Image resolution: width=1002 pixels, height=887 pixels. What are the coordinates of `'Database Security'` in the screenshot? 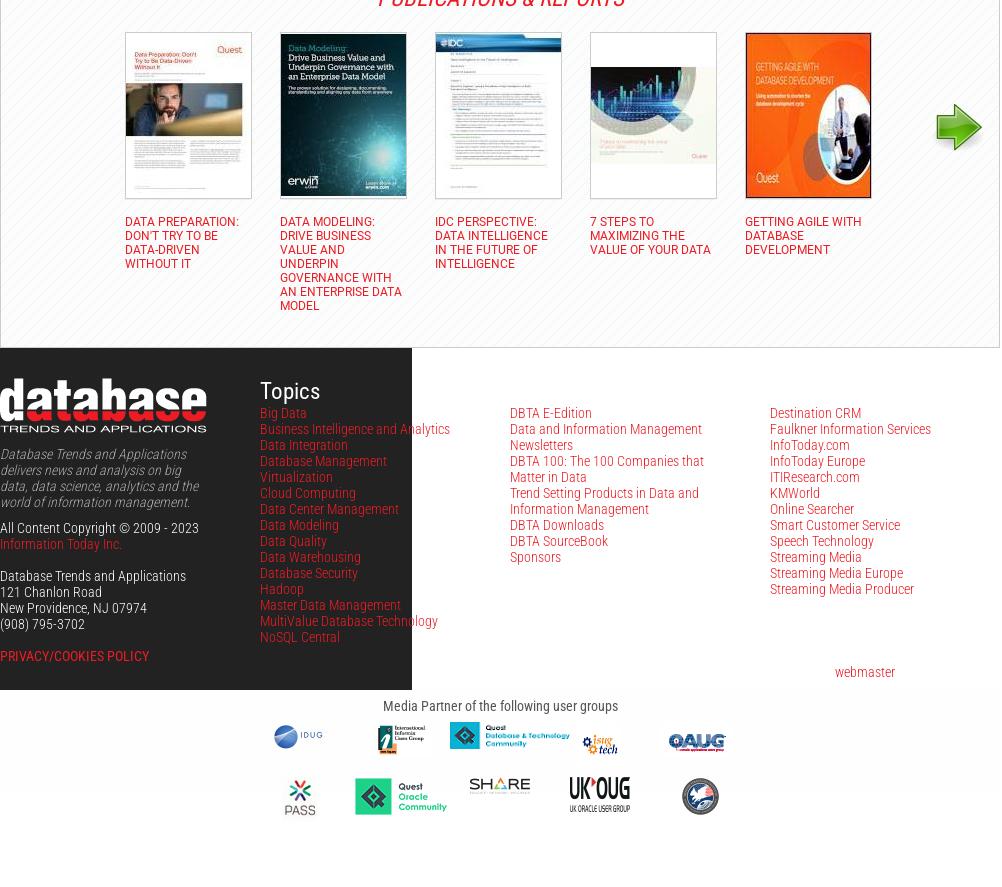 It's located at (259, 572).